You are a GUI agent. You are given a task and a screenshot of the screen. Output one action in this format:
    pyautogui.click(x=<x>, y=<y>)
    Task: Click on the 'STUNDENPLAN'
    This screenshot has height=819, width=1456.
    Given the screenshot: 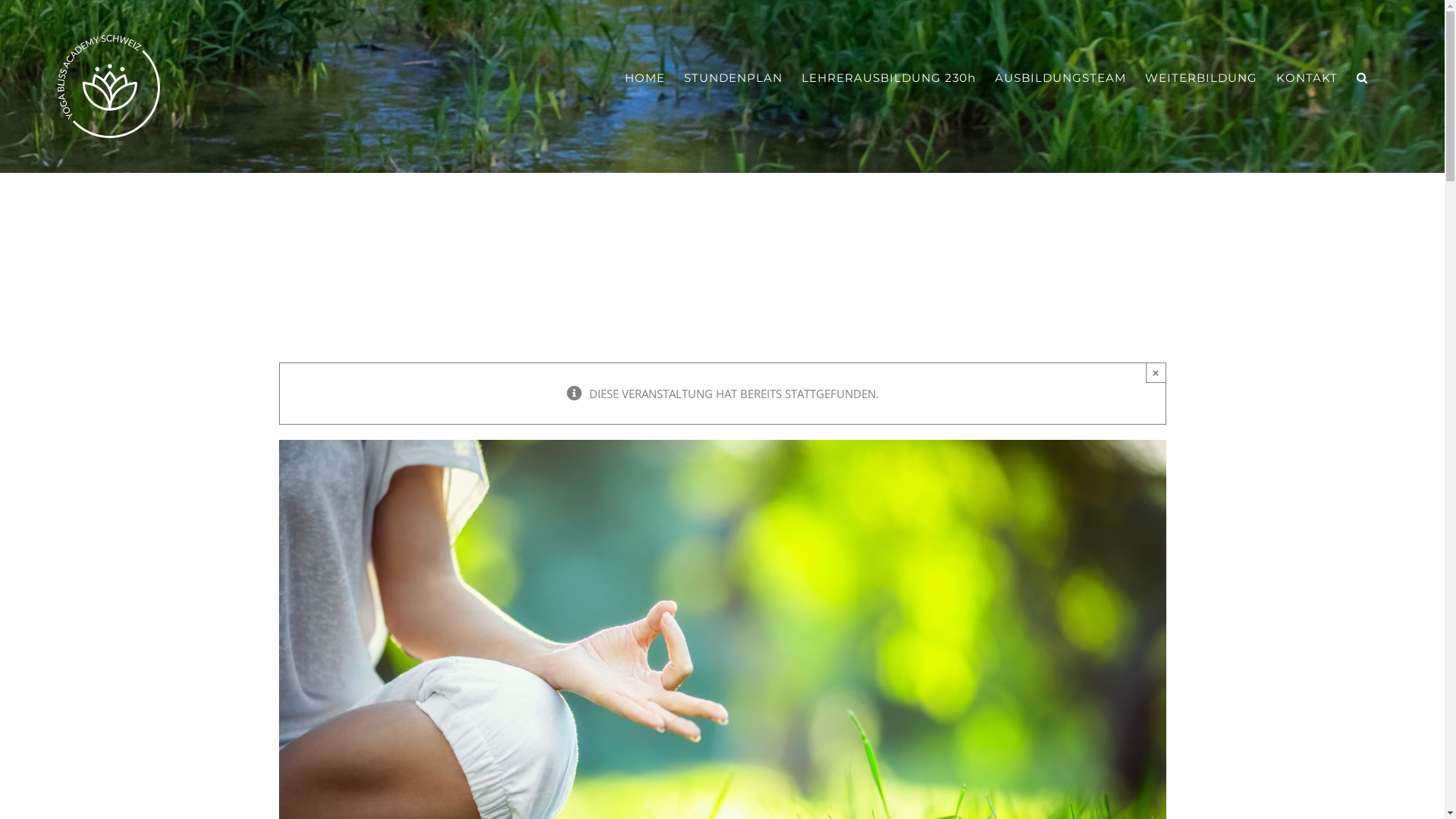 What is the action you would take?
    pyautogui.click(x=733, y=77)
    